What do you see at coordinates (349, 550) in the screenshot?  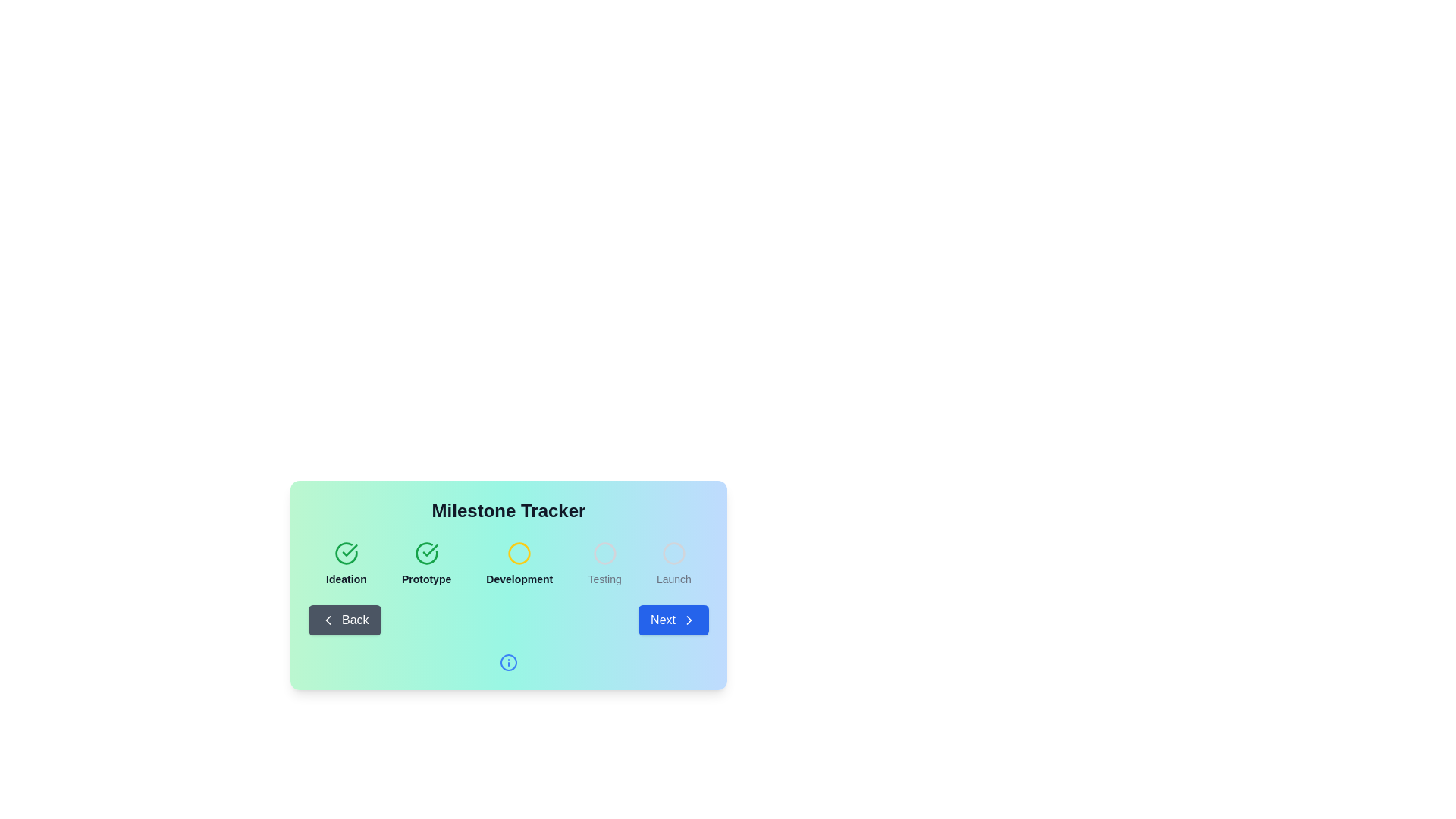 I see `the status of the green checkmark icon located in the 'Prototype' section of the milestone tracker interface, positioned between the 'Ideation' and 'Development' sections` at bounding box center [349, 550].